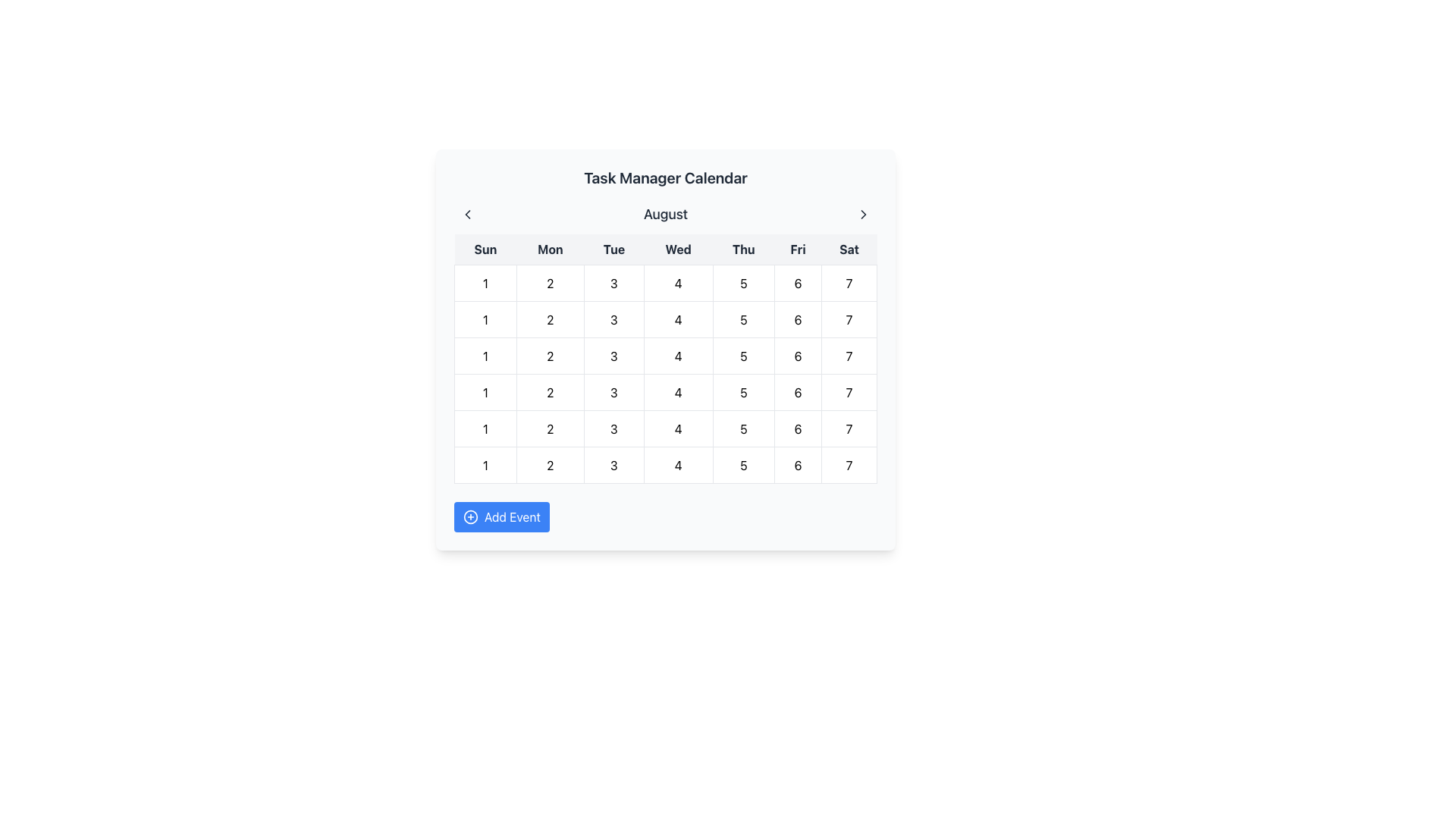 The image size is (1456, 819). I want to click on the date label displaying the 7th day in the last column (Saturday) of the calendar grid, specifically located in the second row, so click(849, 356).